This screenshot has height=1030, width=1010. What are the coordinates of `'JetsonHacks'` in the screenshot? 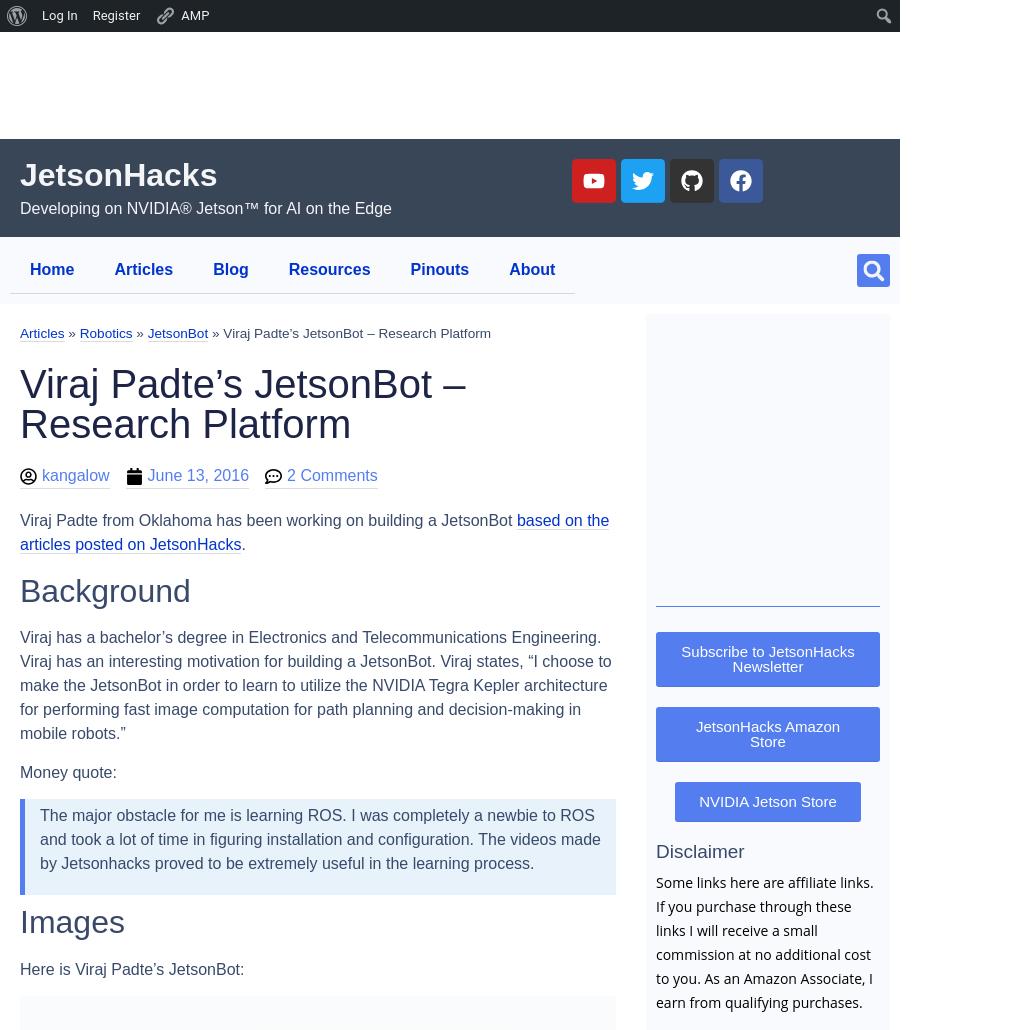 It's located at (18, 174).